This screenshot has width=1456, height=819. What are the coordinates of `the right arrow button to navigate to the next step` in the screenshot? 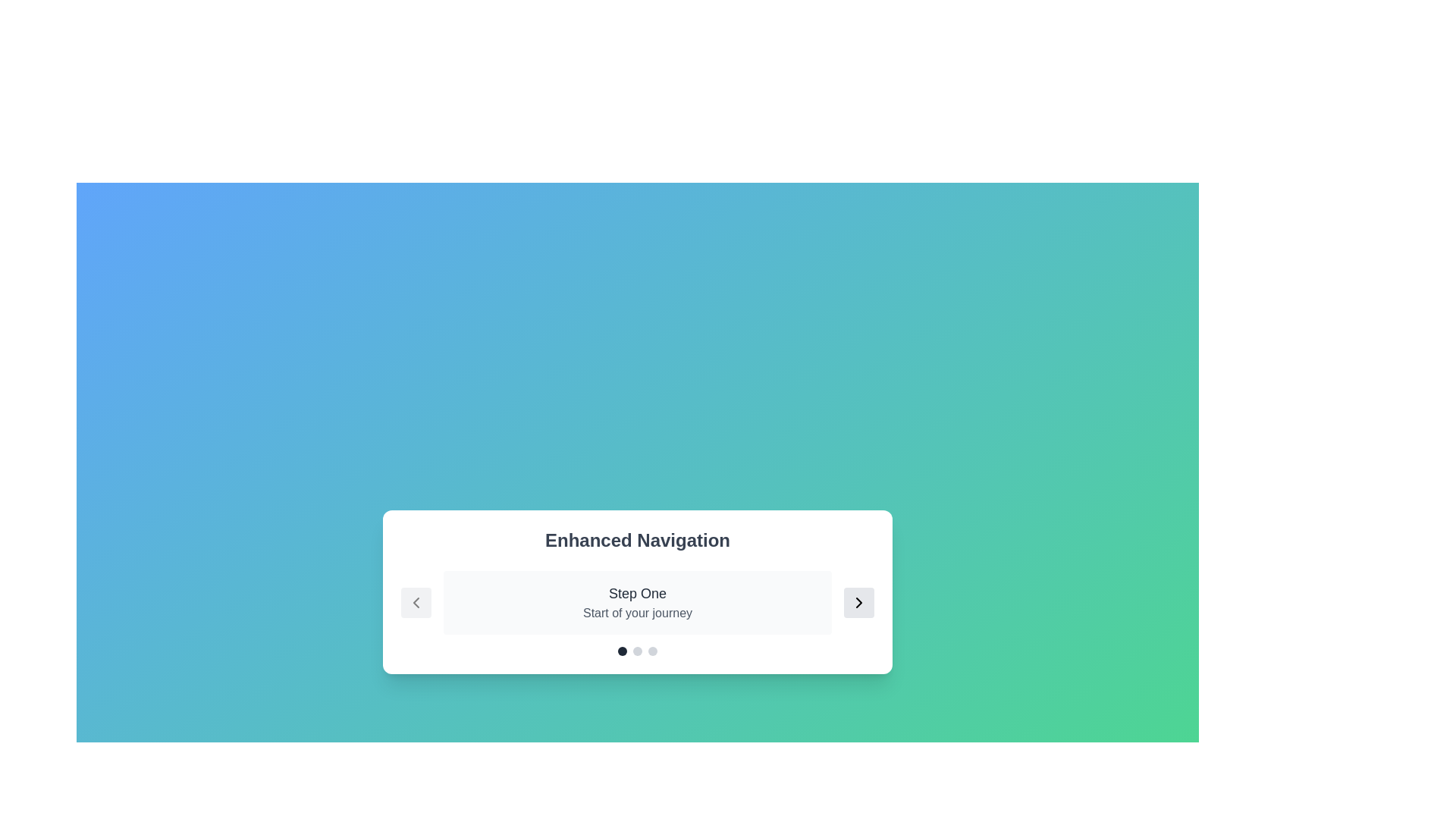 It's located at (858, 601).